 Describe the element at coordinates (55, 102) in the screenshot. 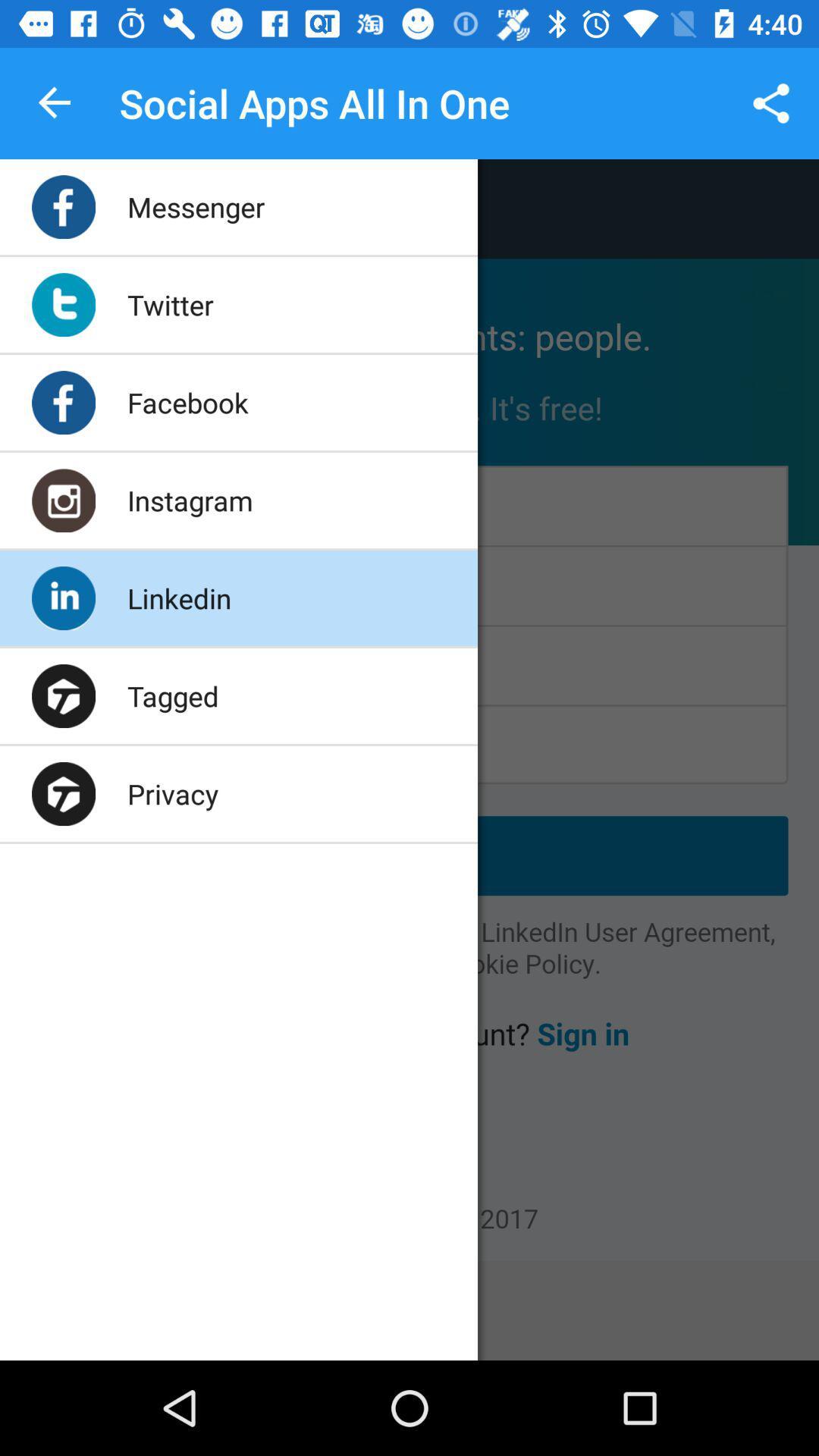

I see `app next to the social apps all app` at that location.